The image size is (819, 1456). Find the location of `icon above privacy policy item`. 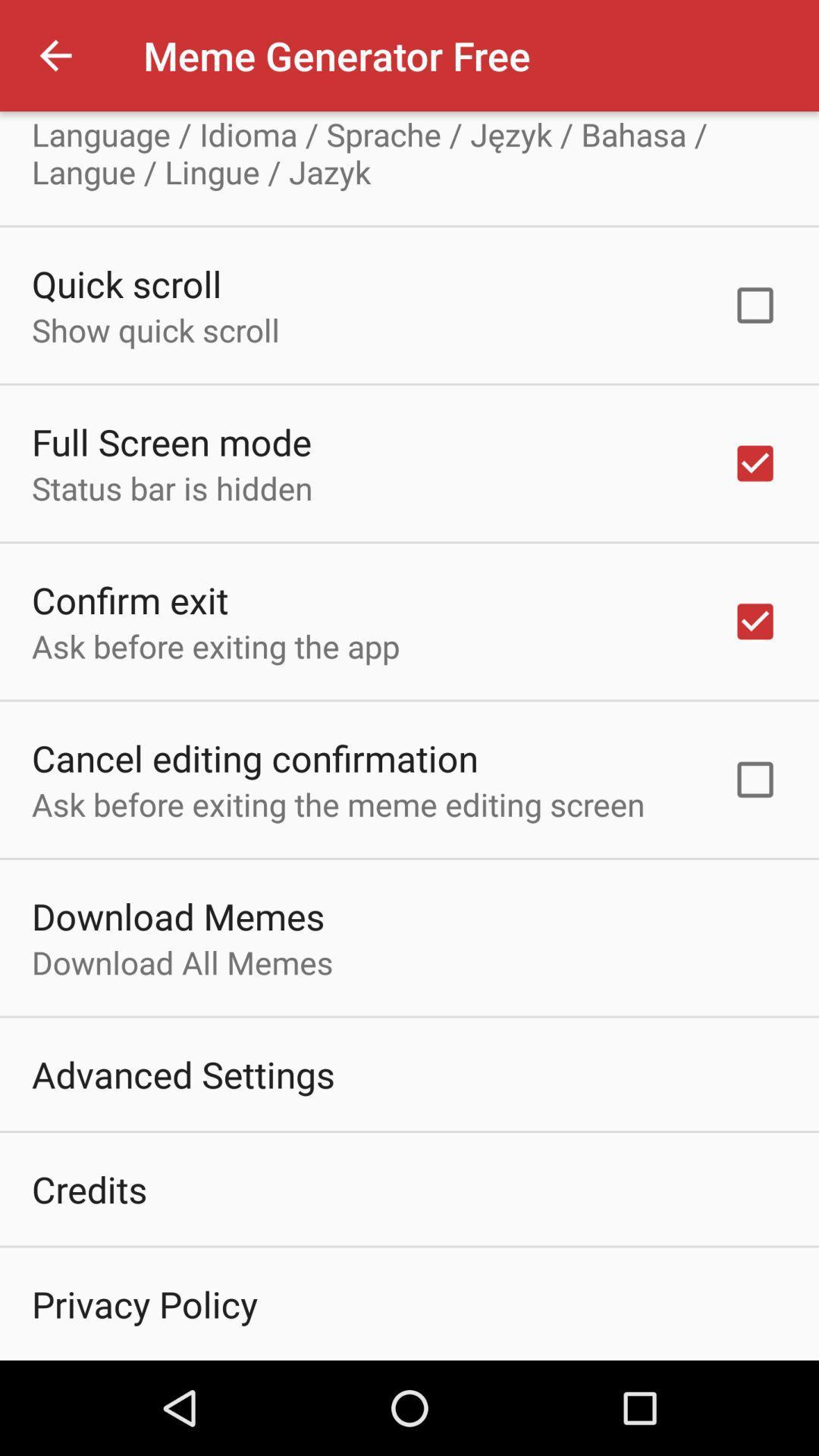

icon above privacy policy item is located at coordinates (89, 1188).